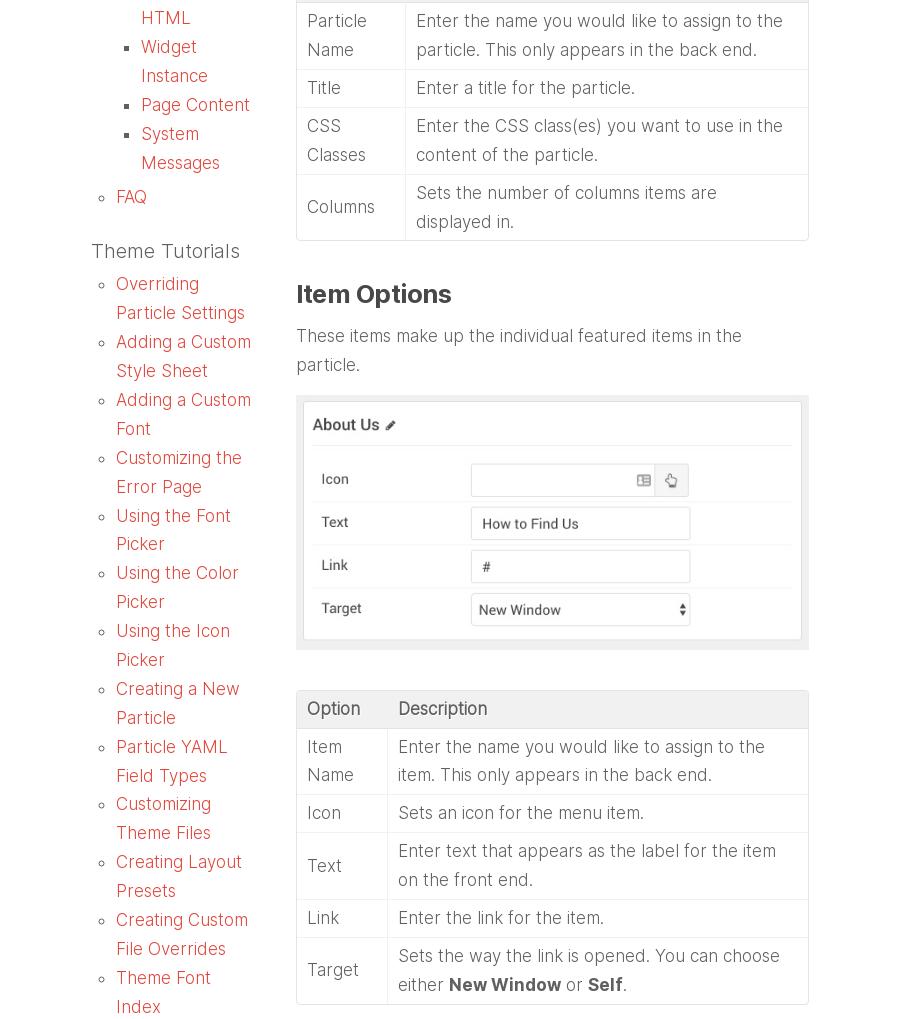 The width and height of the screenshot is (900, 1019). I want to click on 'or', so click(573, 984).